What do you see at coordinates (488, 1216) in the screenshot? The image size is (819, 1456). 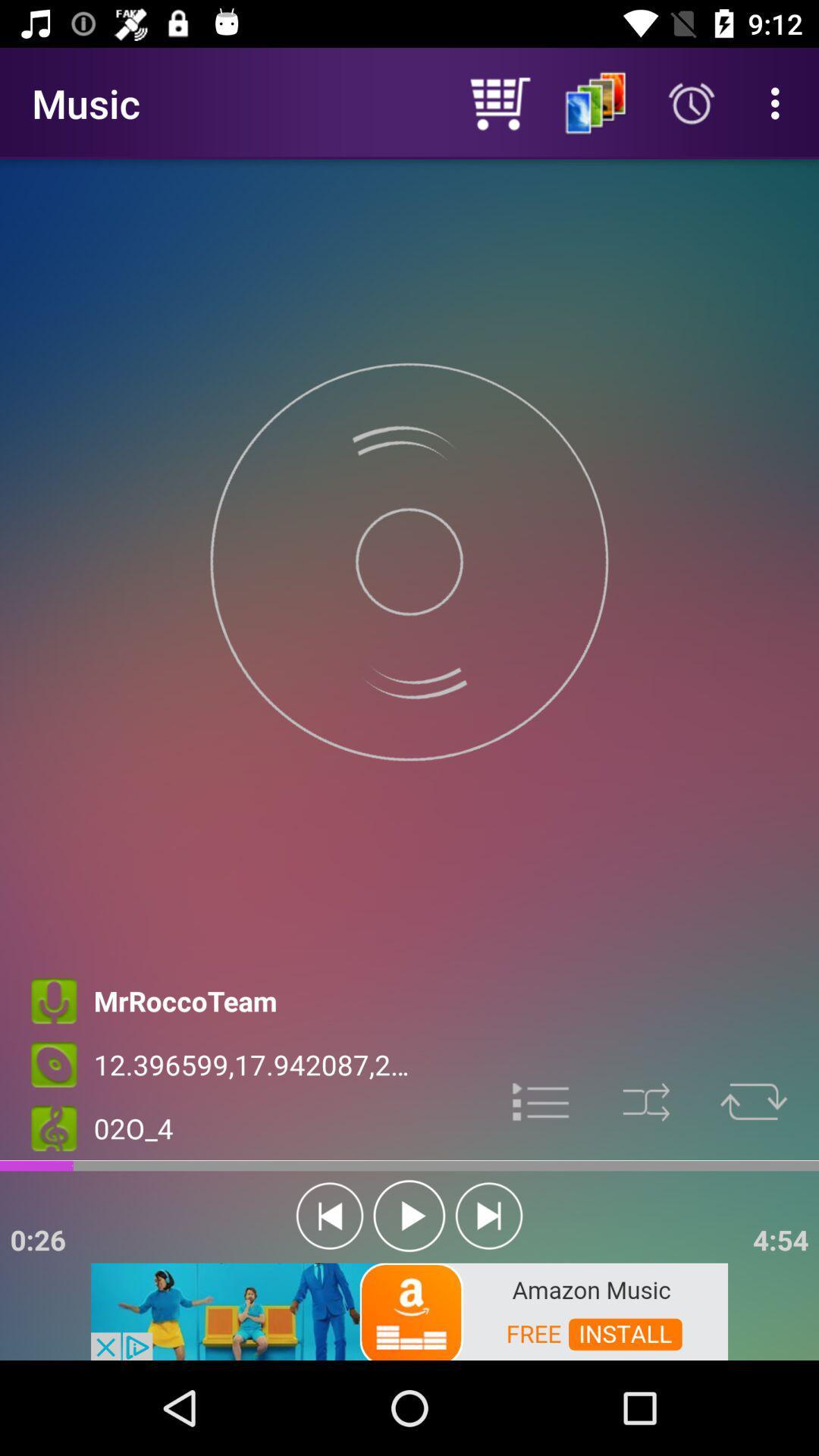 I see `the skip_next icon` at bounding box center [488, 1216].